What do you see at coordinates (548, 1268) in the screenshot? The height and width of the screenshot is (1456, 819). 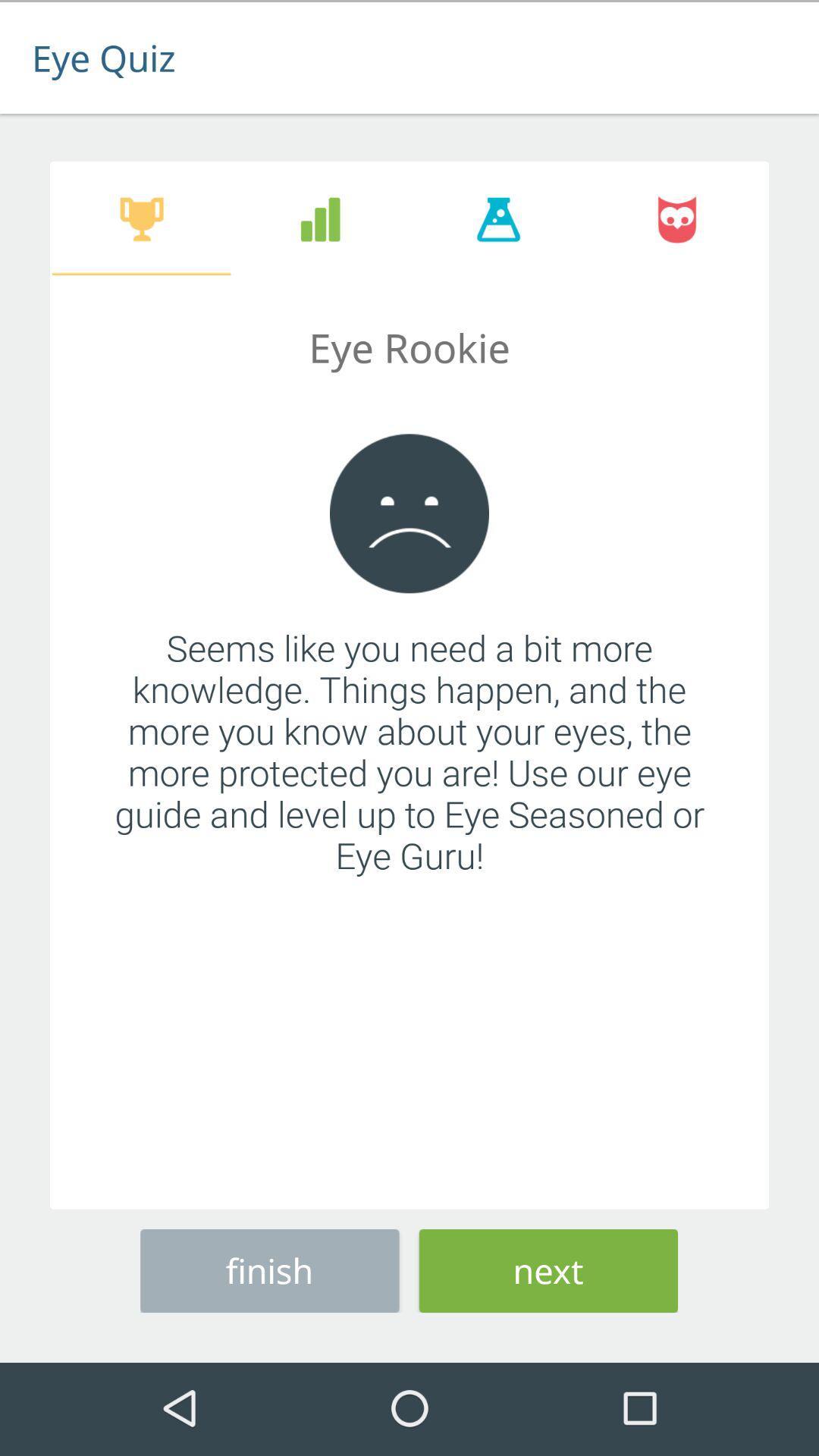 I see `item at the bottom right corner` at bounding box center [548, 1268].